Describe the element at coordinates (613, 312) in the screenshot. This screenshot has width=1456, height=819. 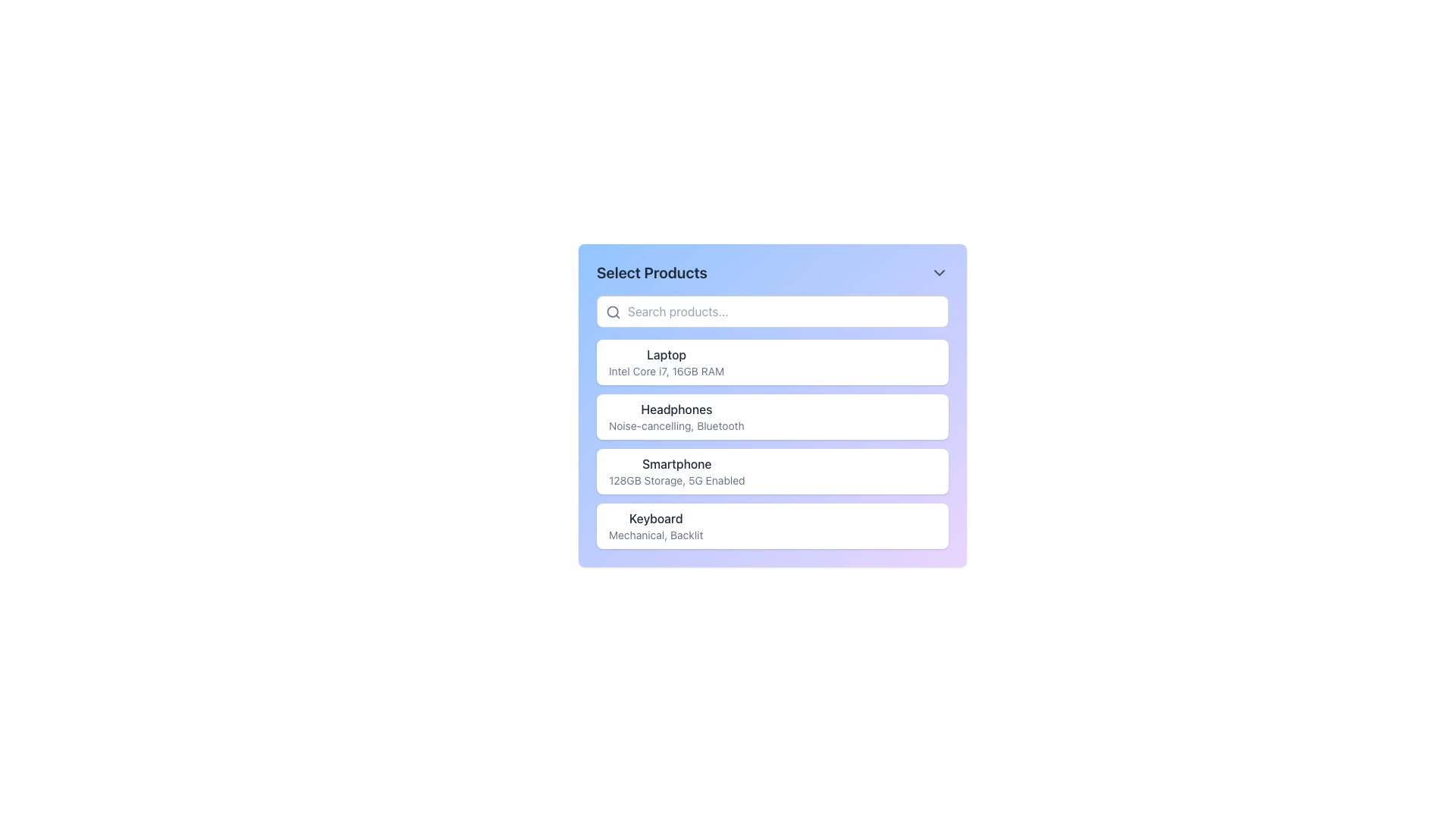
I see `the gray circular search icon with a handle located on the left side of the search bar at the top of the selection panel` at that location.